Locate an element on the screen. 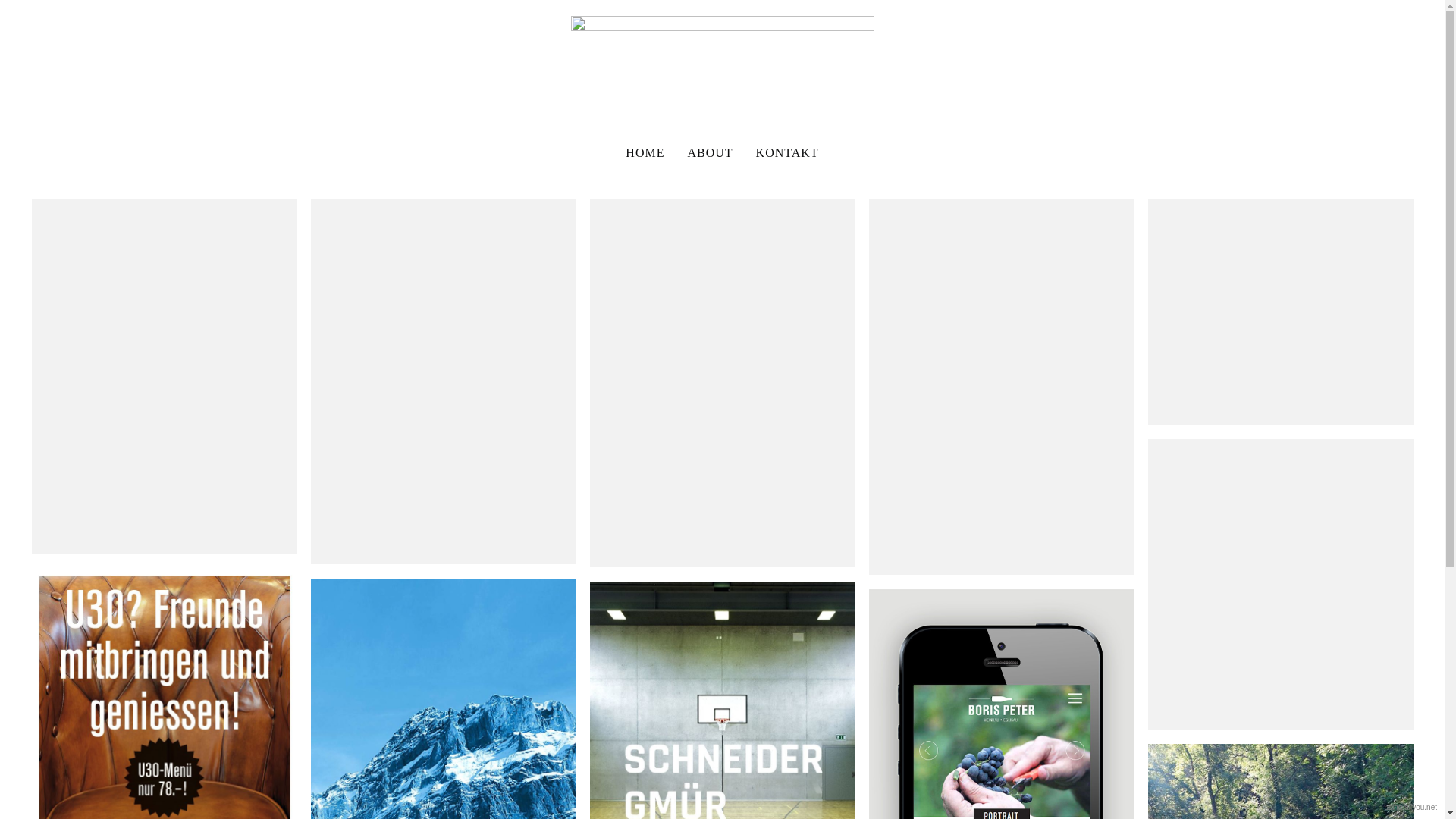 The height and width of the screenshot is (819, 1456). 'allyou.net' is located at coordinates (1420, 806).